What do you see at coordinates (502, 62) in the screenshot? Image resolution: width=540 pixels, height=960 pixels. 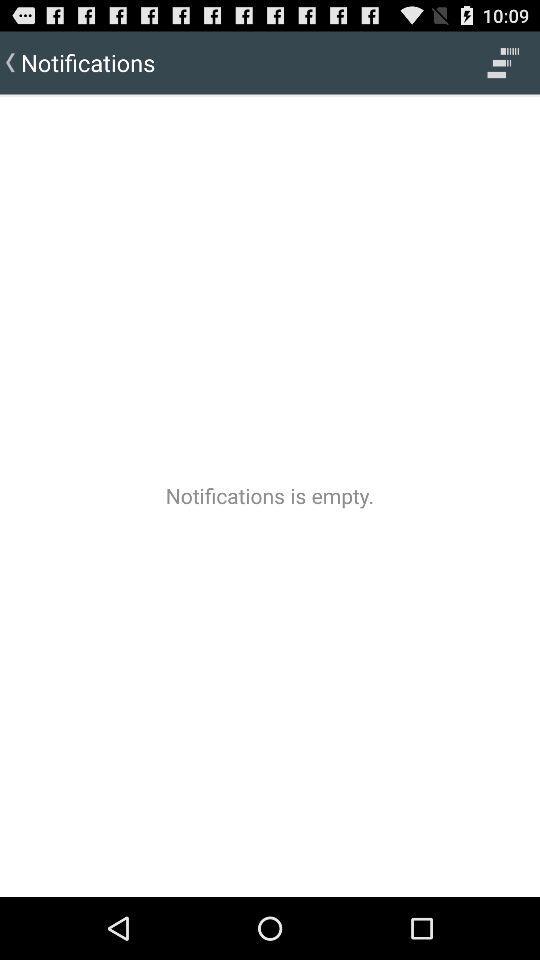 I see `the icon at the top right corner` at bounding box center [502, 62].